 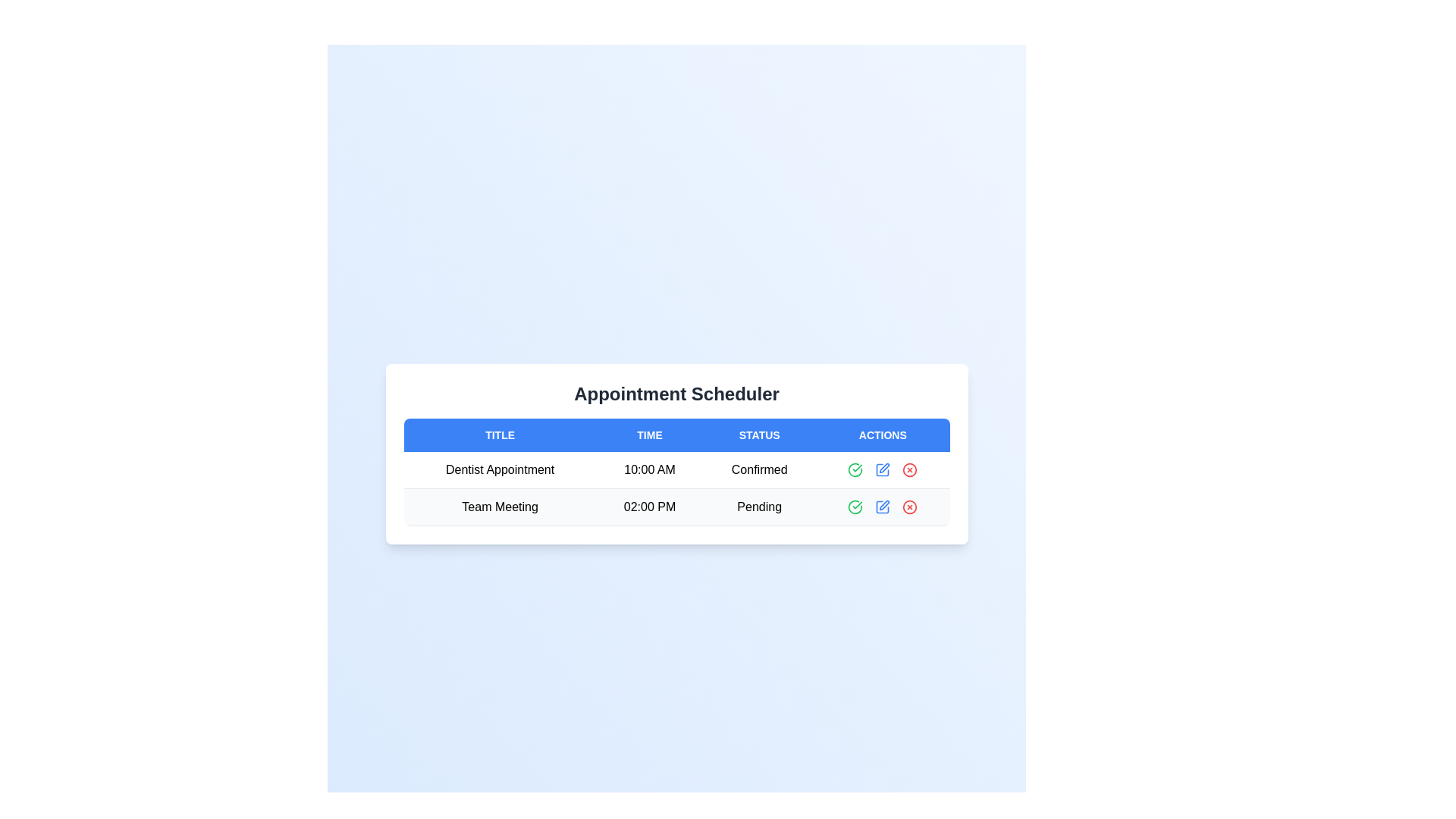 What do you see at coordinates (855, 507) in the screenshot?
I see `the leftmost icon button in the second row of the 'Actions' column to mark the associated item as complete` at bounding box center [855, 507].